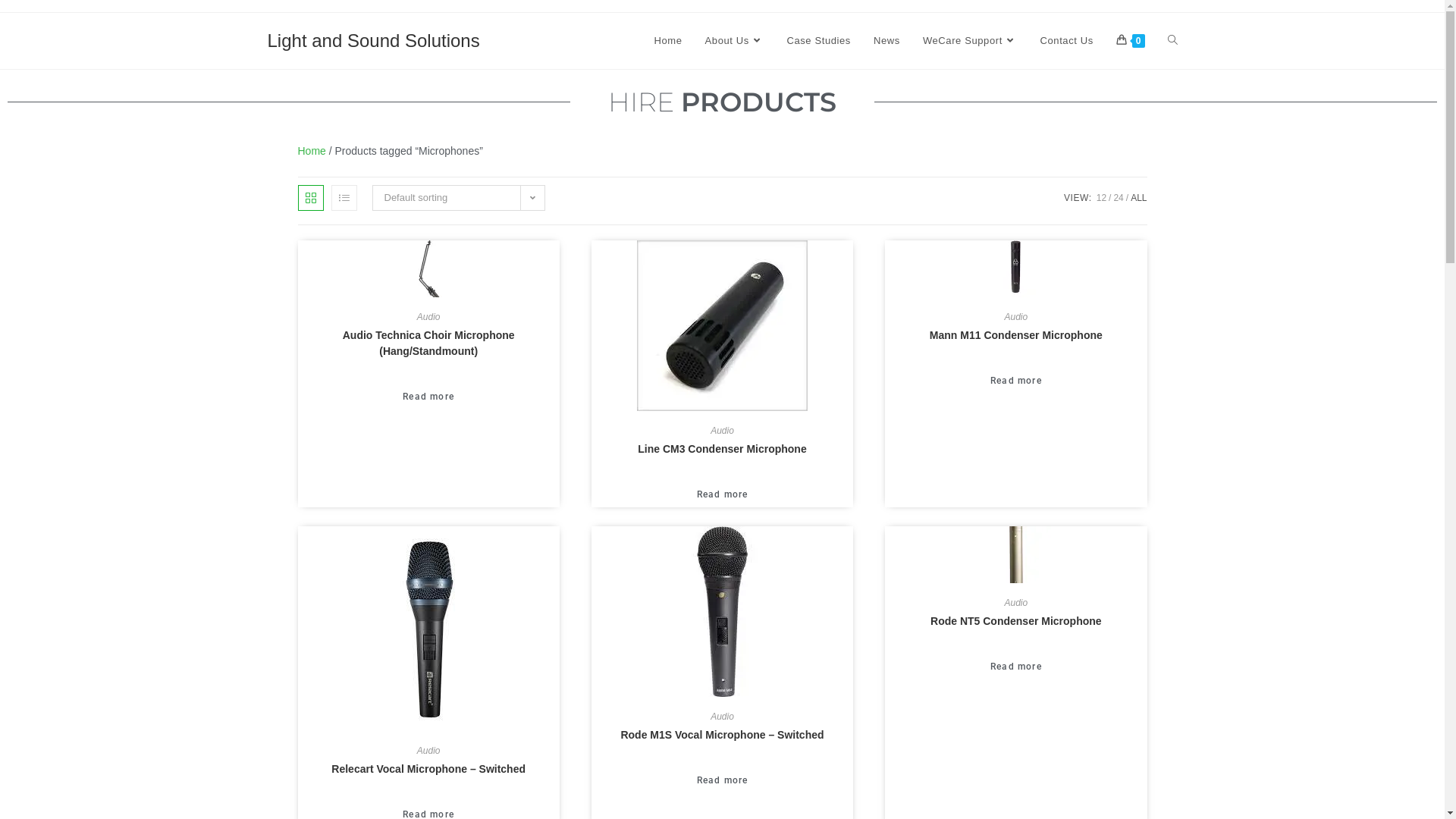 This screenshot has height=819, width=1456. Describe the element at coordinates (735, 40) in the screenshot. I see `'About Us'` at that location.